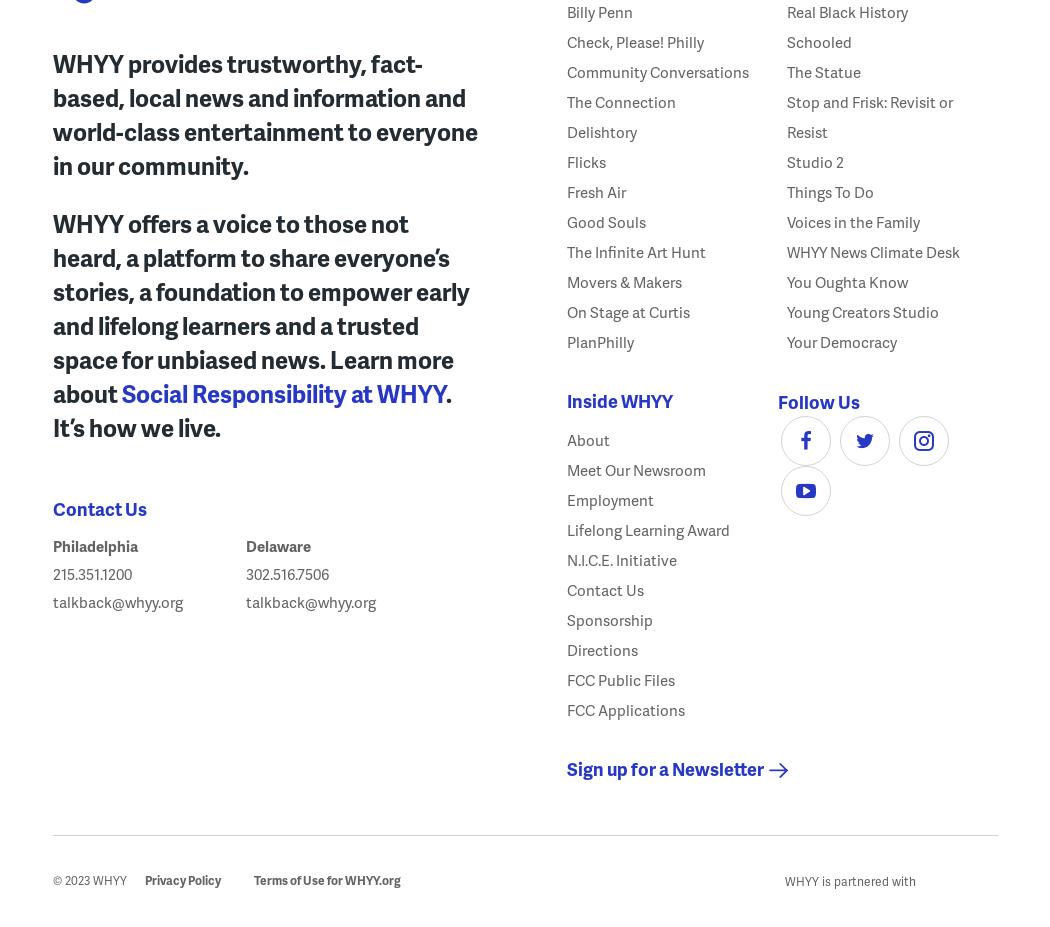 The height and width of the screenshot is (927, 1050). I want to click on 'FCC Applications', so click(626, 707).